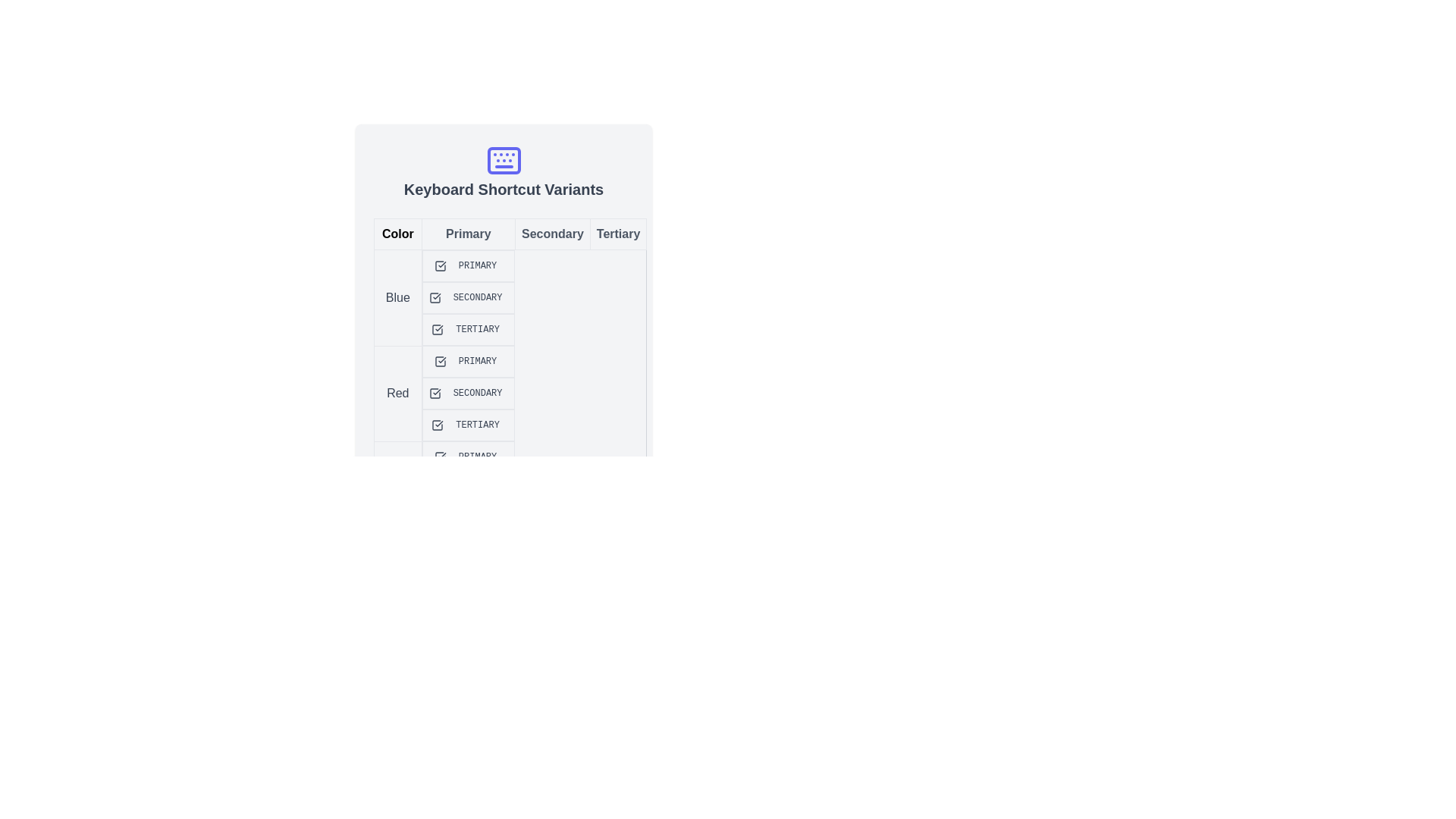  What do you see at coordinates (468, 329) in the screenshot?
I see `the 'Tertiary' checkbox and label in the 'Blue' column for additional information` at bounding box center [468, 329].